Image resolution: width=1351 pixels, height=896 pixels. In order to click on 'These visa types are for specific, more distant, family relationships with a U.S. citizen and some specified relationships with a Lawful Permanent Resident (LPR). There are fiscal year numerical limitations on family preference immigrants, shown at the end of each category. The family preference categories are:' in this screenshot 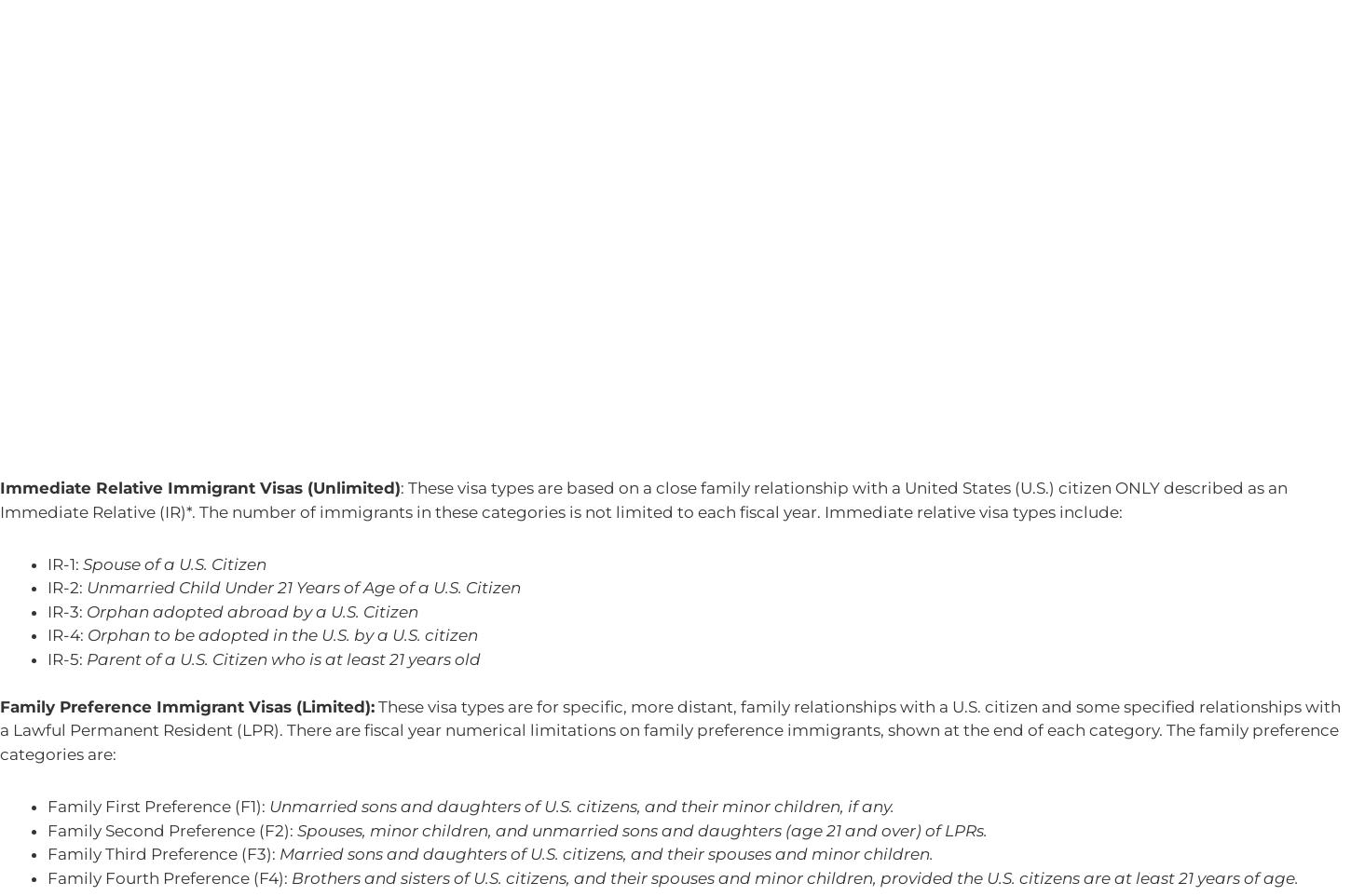, I will do `click(669, 728)`.